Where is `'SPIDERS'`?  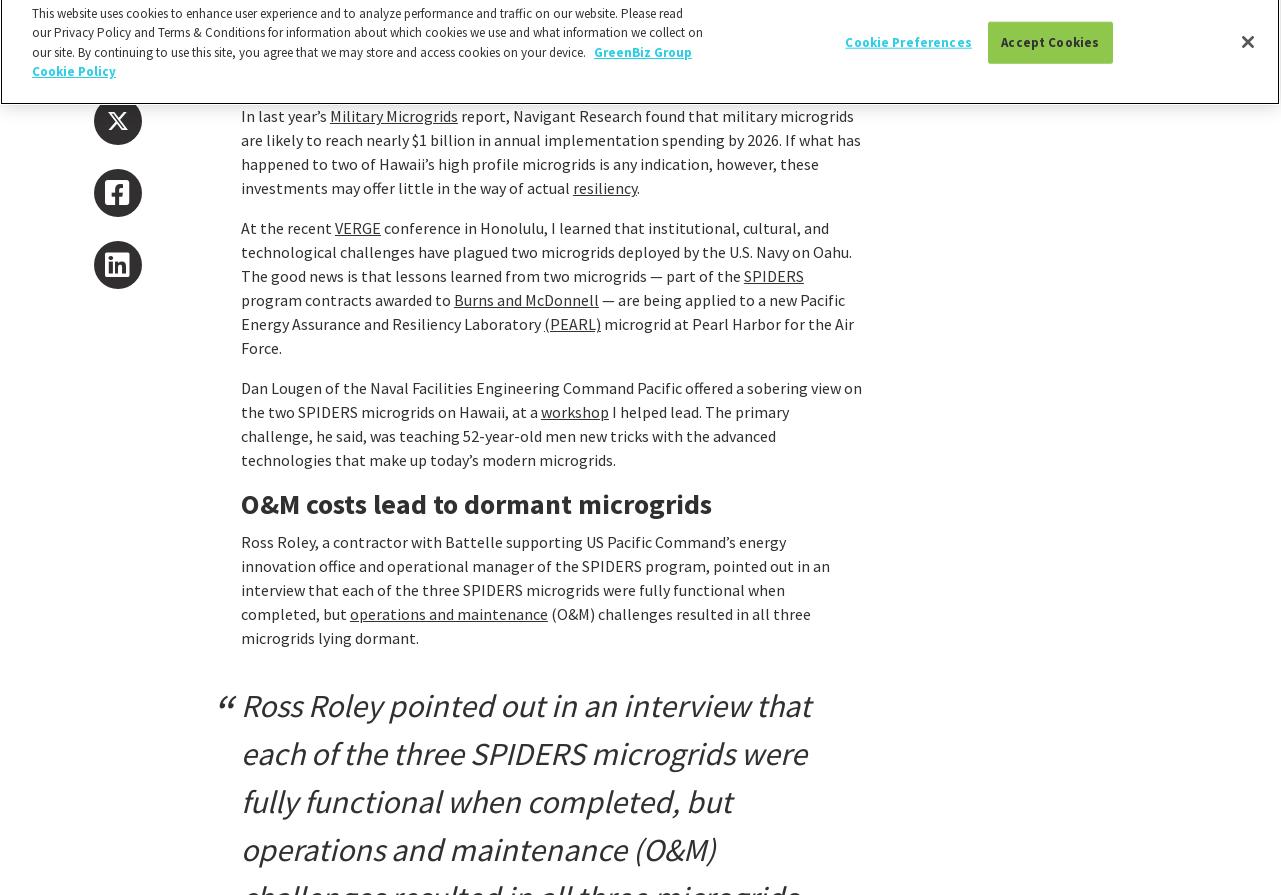 'SPIDERS' is located at coordinates (772, 276).